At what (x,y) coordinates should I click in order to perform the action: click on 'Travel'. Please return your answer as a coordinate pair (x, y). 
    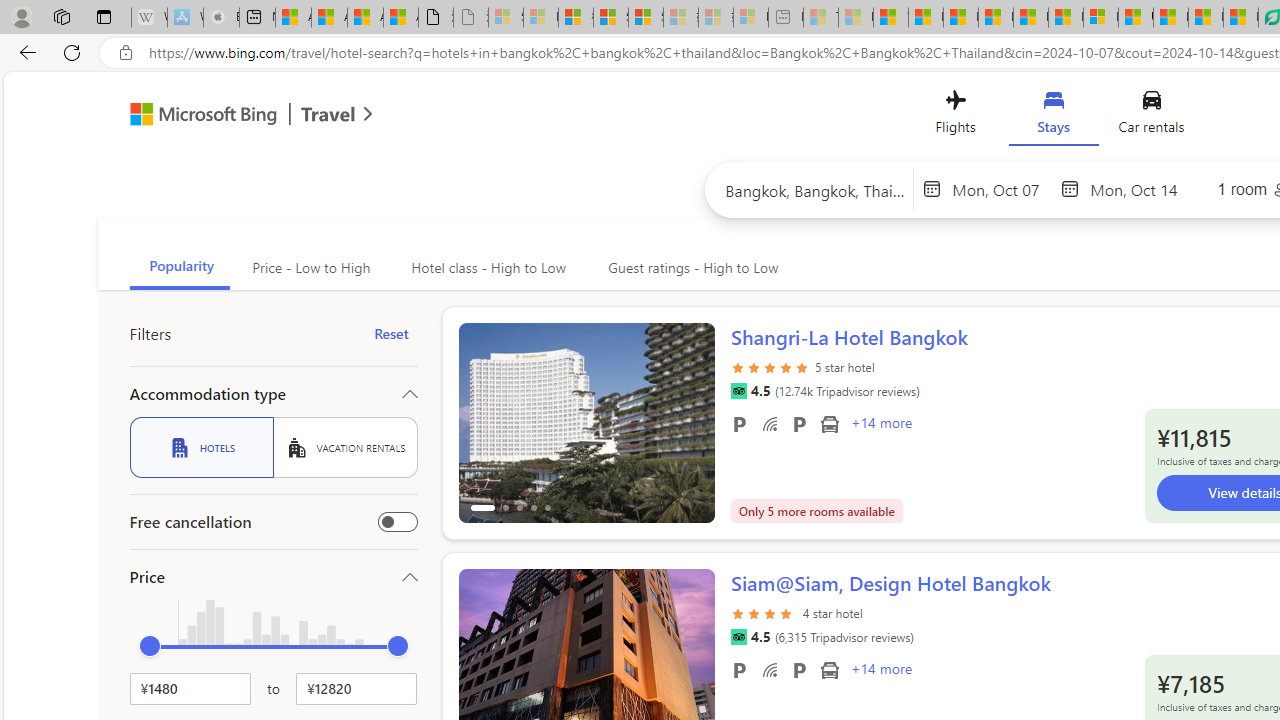
    Looking at the image, I should click on (328, 117).